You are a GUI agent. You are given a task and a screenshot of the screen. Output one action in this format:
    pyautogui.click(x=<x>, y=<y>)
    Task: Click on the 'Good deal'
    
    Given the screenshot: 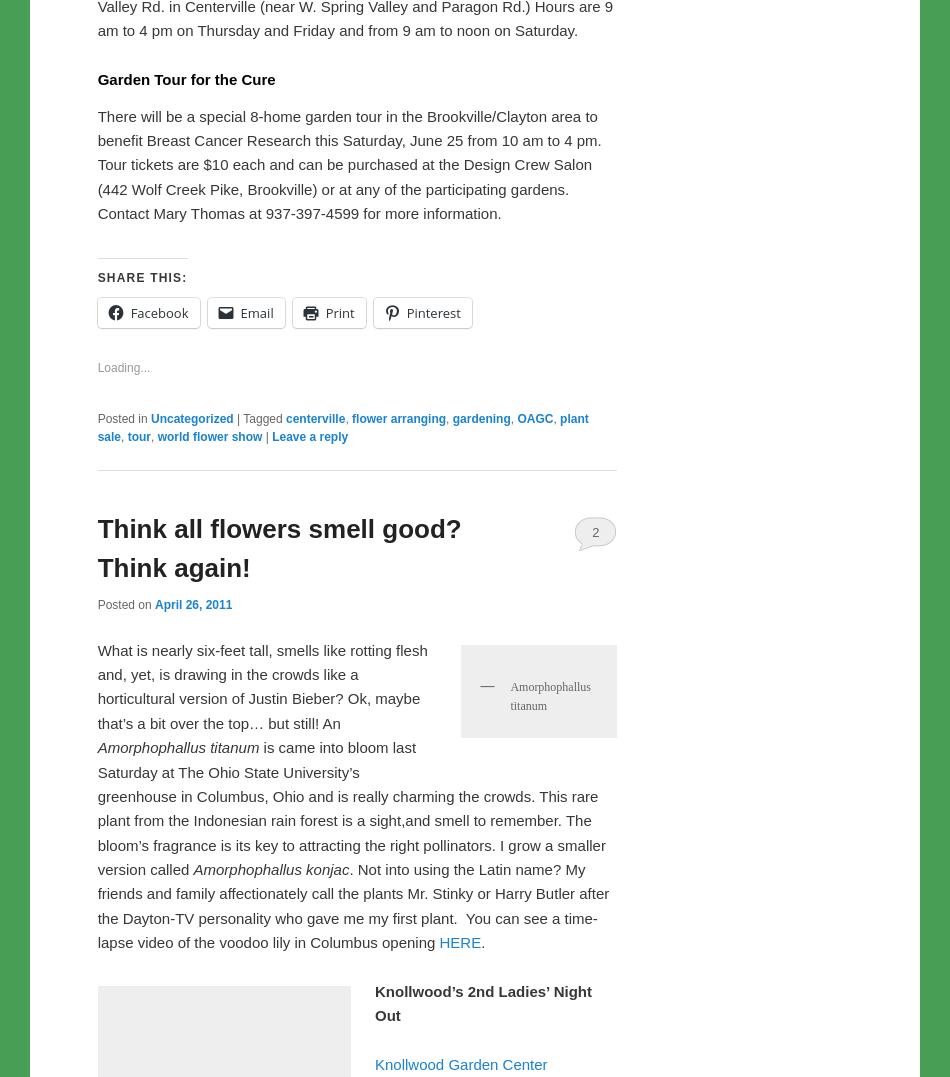 What is the action you would take?
    pyautogui.click(x=133, y=289)
    